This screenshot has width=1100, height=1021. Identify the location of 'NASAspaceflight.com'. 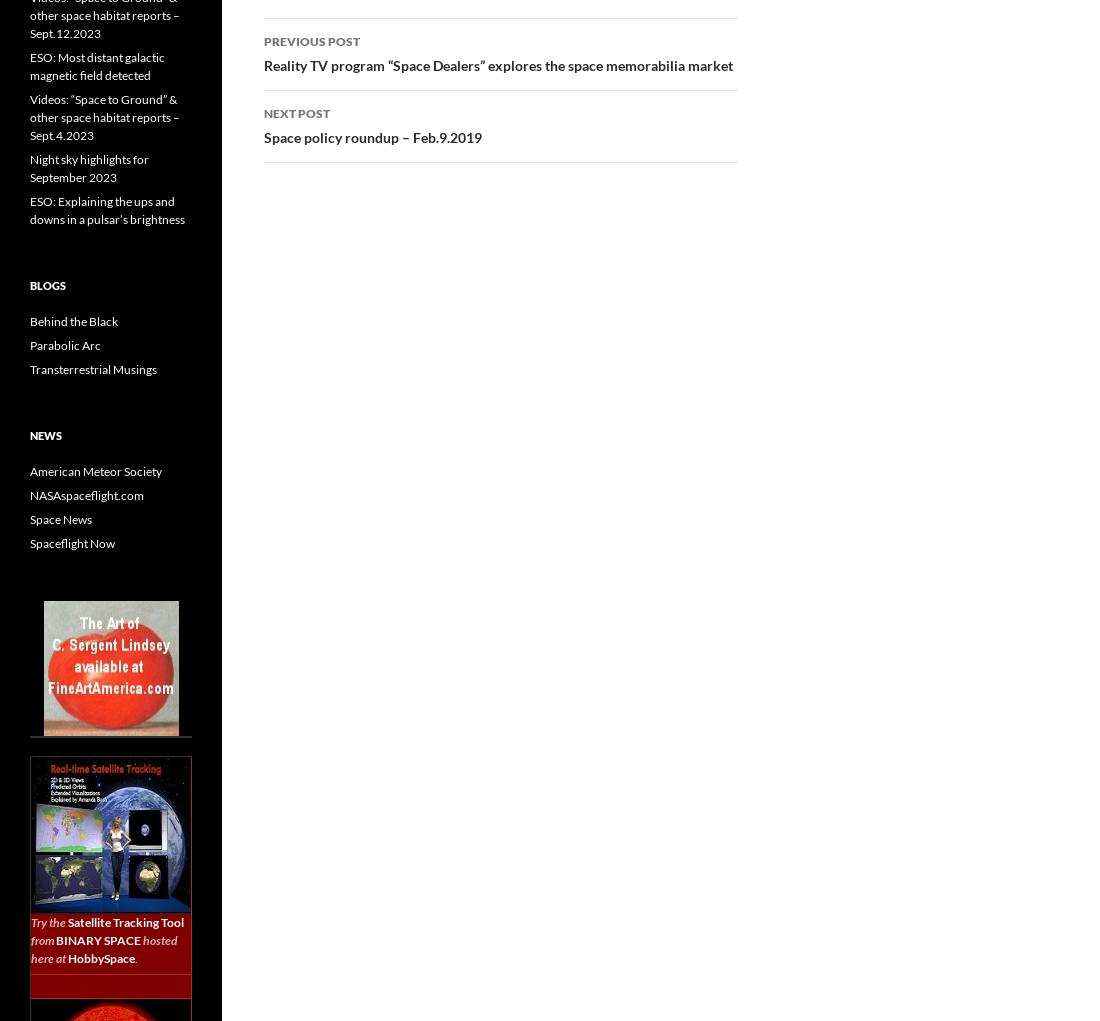
(87, 494).